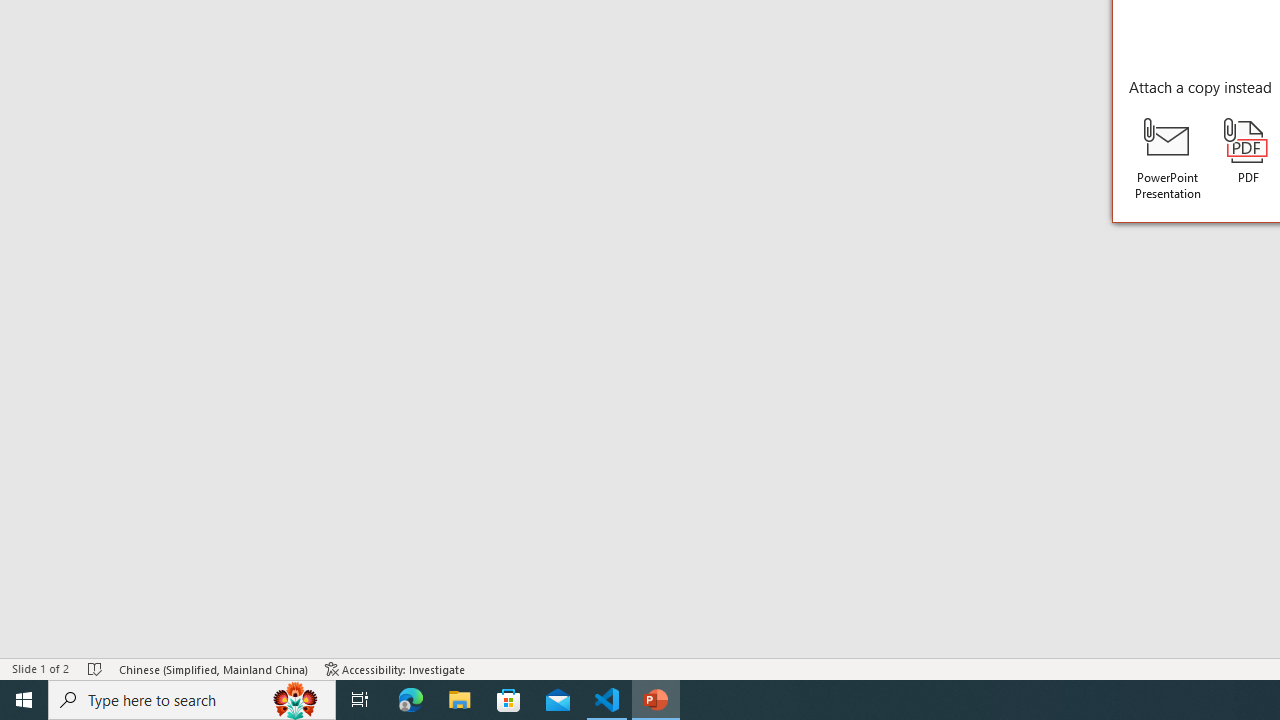 The image size is (1280, 720). I want to click on 'PDF', so click(1247, 150).